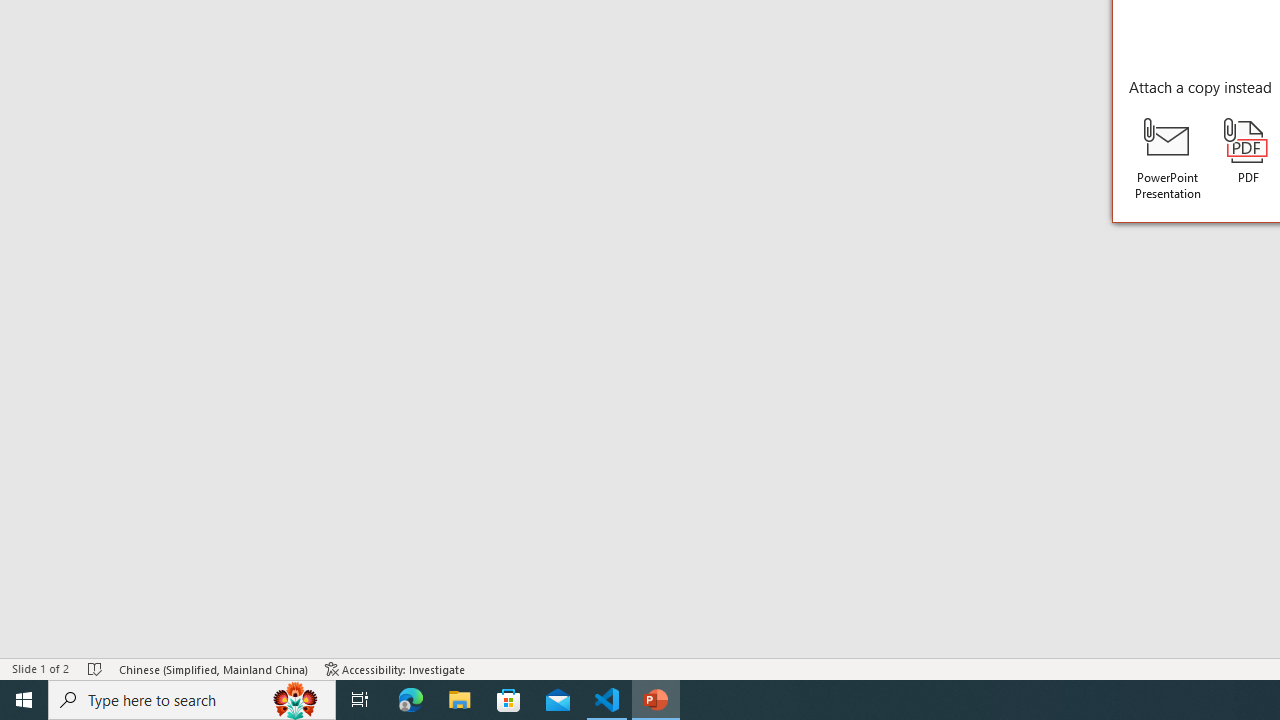 The image size is (1280, 720). I want to click on 'PDF', so click(1247, 150).